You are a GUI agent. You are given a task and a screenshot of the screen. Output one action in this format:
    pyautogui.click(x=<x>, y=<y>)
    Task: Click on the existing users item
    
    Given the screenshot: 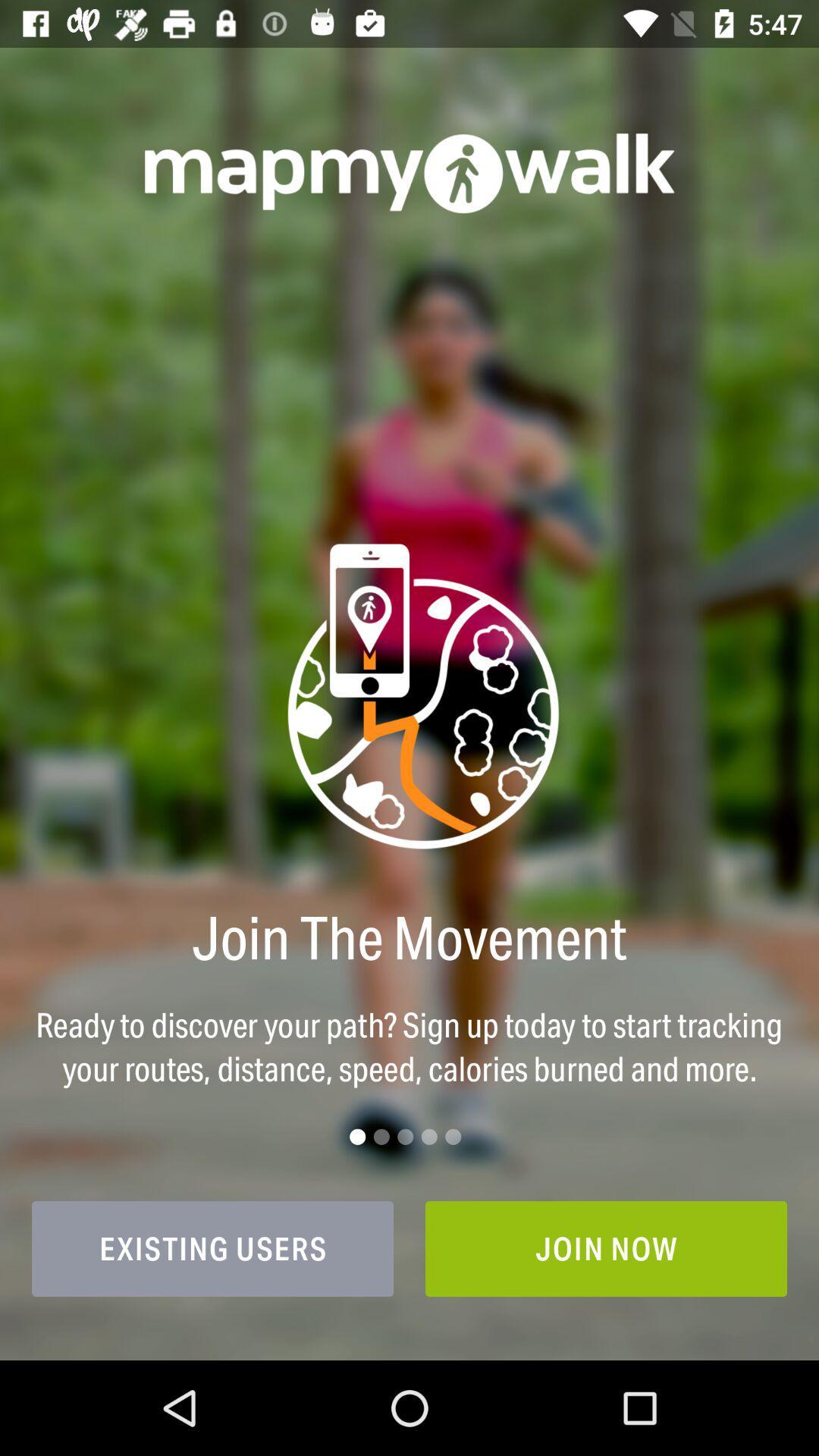 What is the action you would take?
    pyautogui.click(x=212, y=1248)
    